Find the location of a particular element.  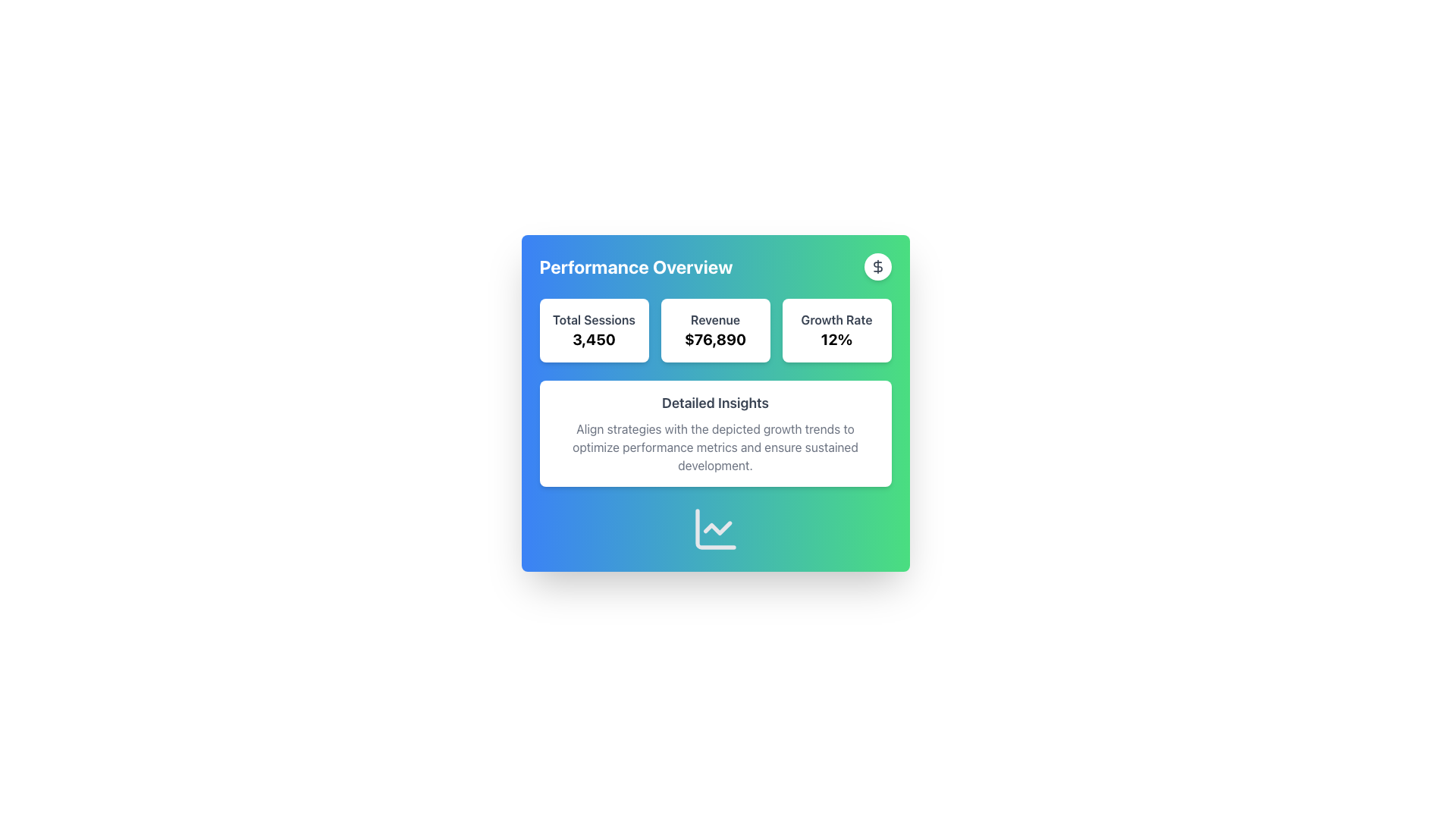

the Text Label that serves as a title or header for the content displayed in the card, located at the top-left of the card interface is located at coordinates (636, 265).